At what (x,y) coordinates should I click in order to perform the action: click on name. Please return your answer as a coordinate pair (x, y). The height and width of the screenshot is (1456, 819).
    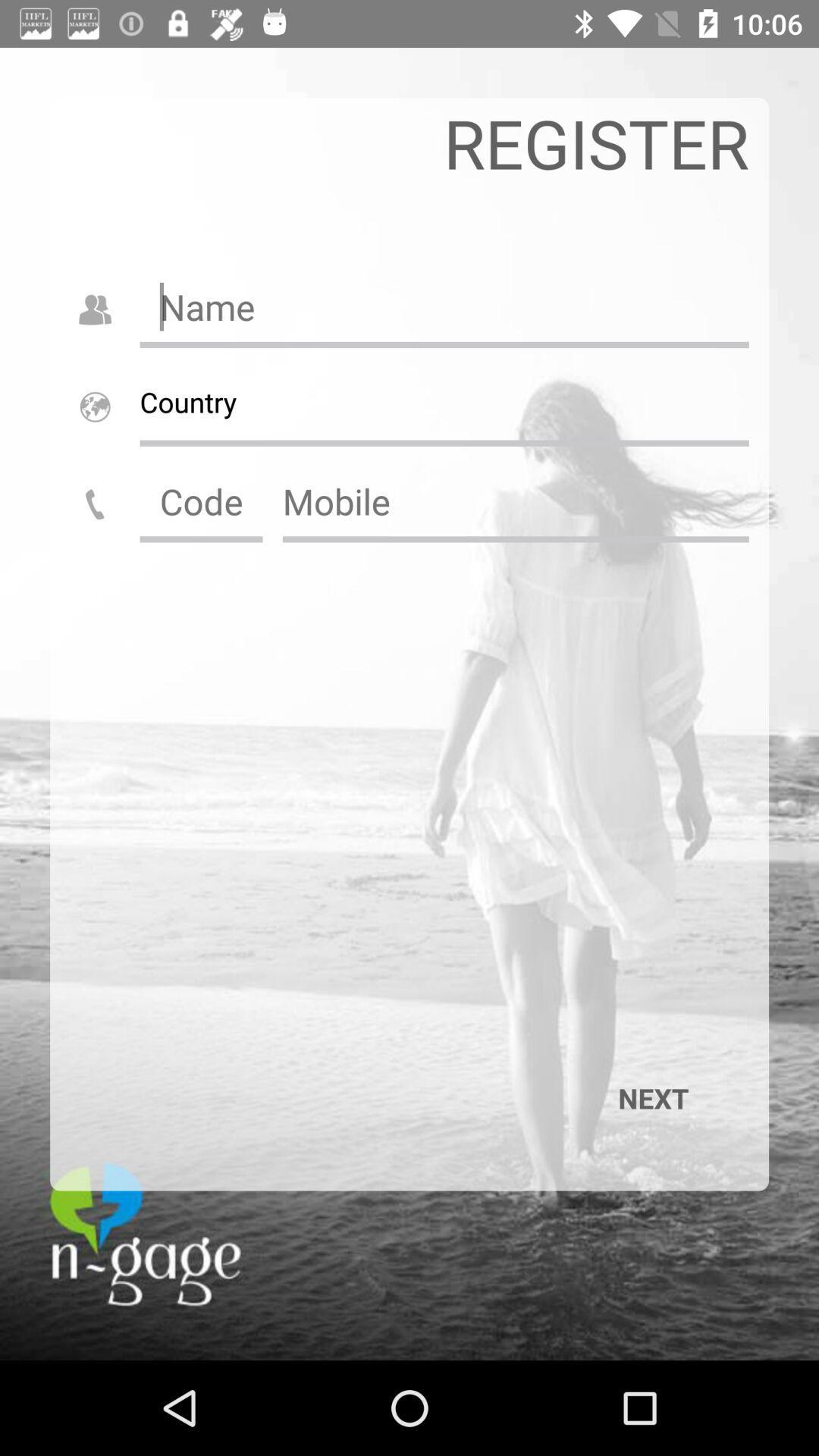
    Looking at the image, I should click on (444, 306).